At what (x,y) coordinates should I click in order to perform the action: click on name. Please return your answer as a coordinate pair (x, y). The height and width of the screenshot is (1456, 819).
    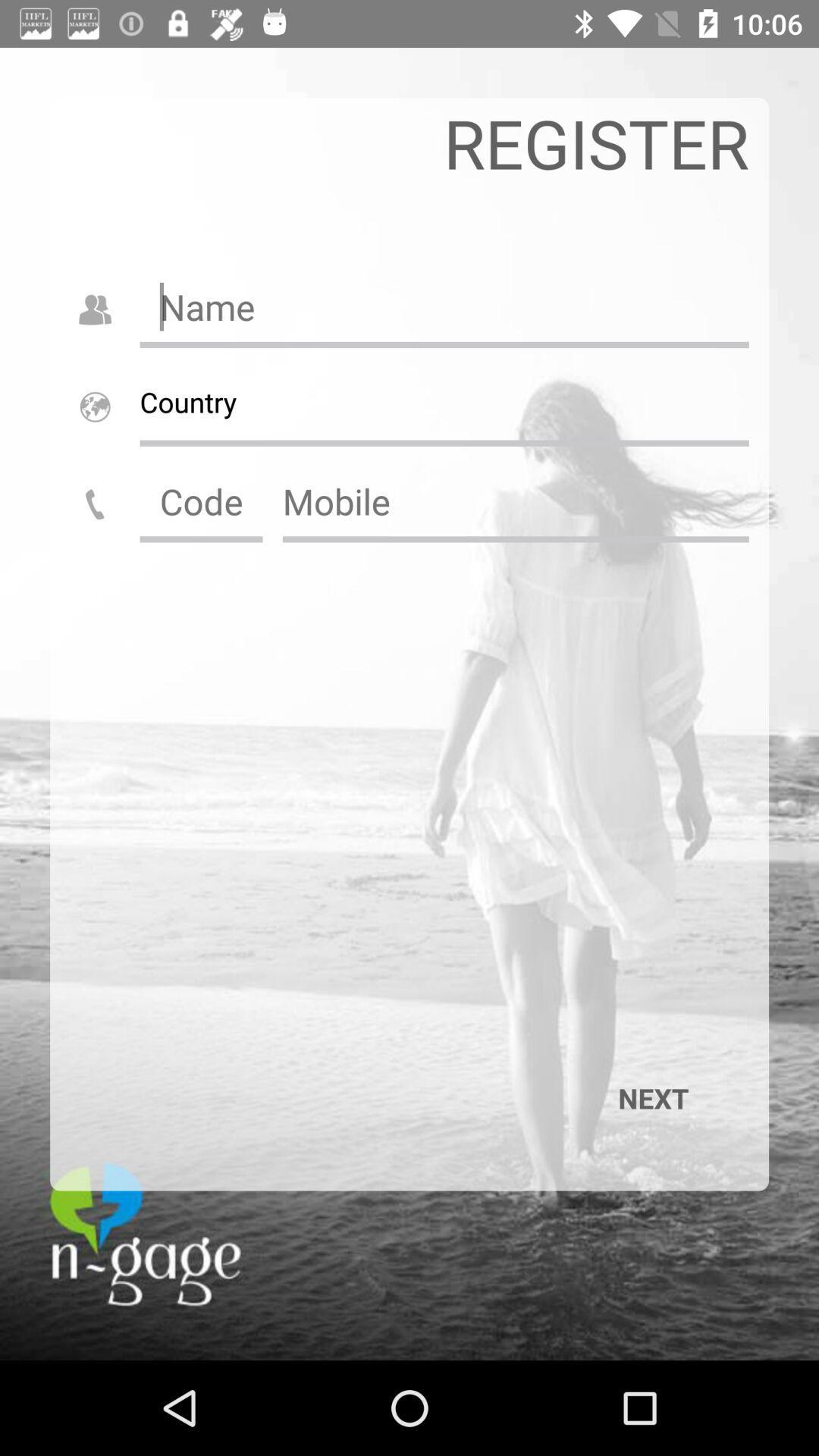
    Looking at the image, I should click on (444, 306).